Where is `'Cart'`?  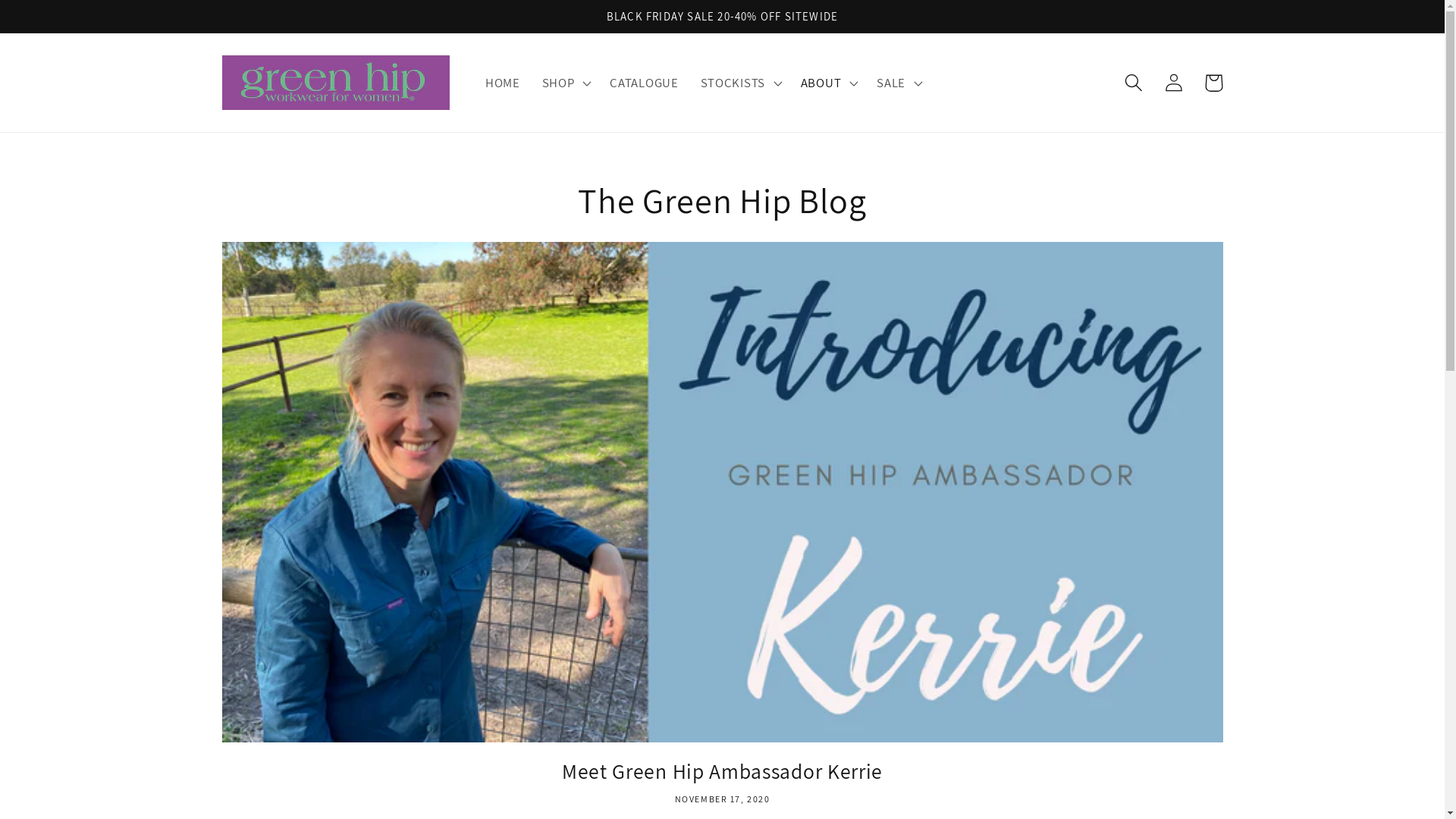
'Cart' is located at coordinates (1213, 83).